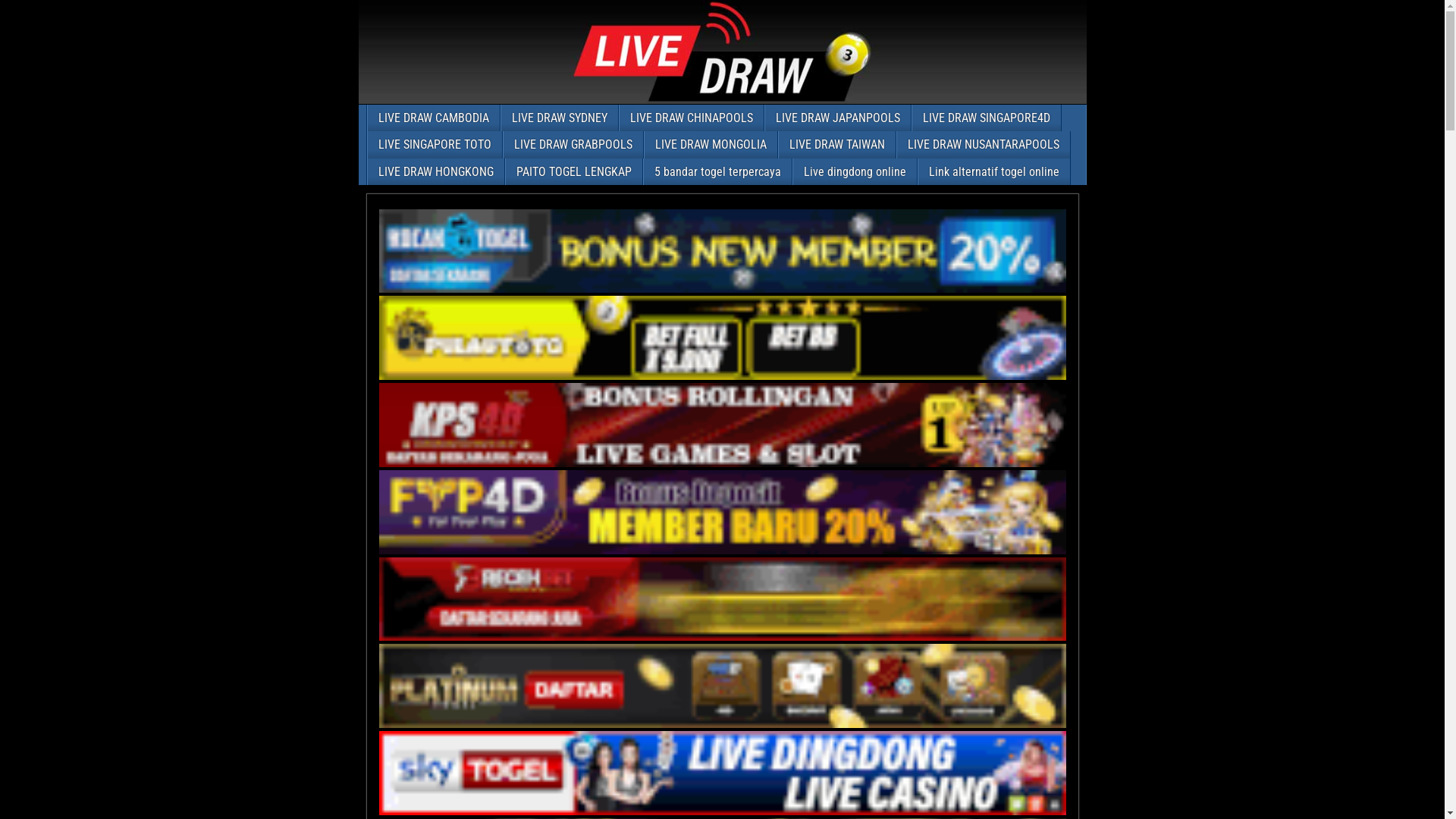  What do you see at coordinates (572, 144) in the screenshot?
I see `'LIVE DRAW GRABPOOLS'` at bounding box center [572, 144].